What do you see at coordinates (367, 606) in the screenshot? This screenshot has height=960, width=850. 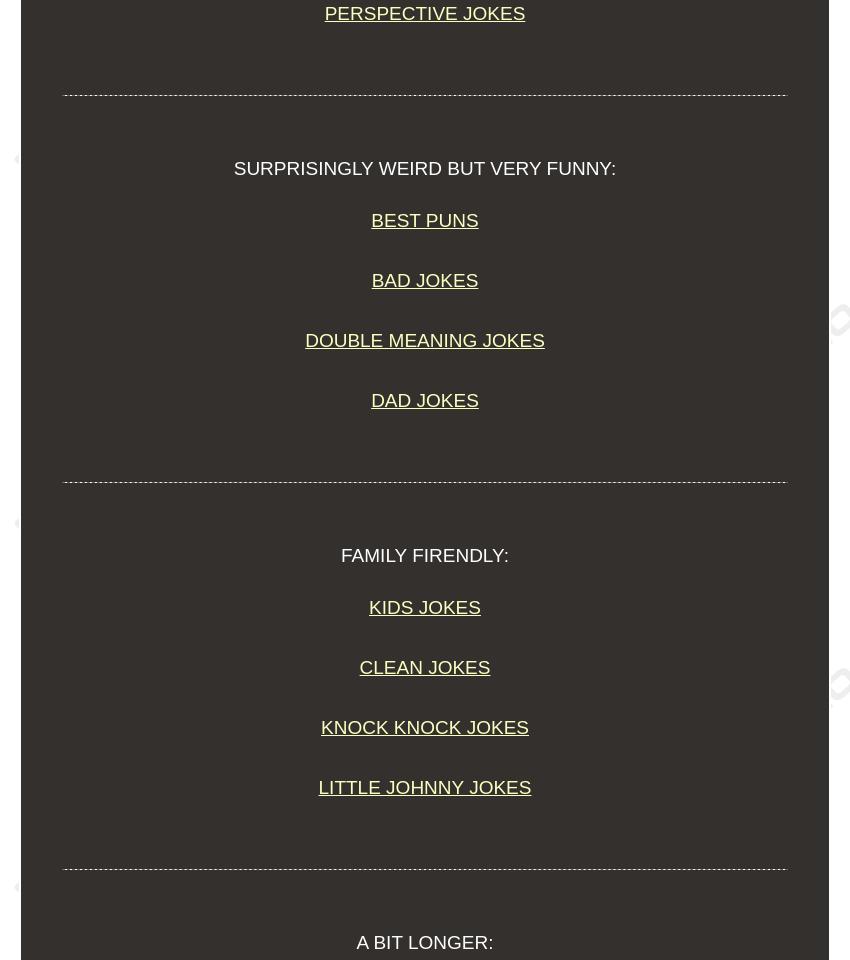 I see `'Kids Jokes'` at bounding box center [367, 606].